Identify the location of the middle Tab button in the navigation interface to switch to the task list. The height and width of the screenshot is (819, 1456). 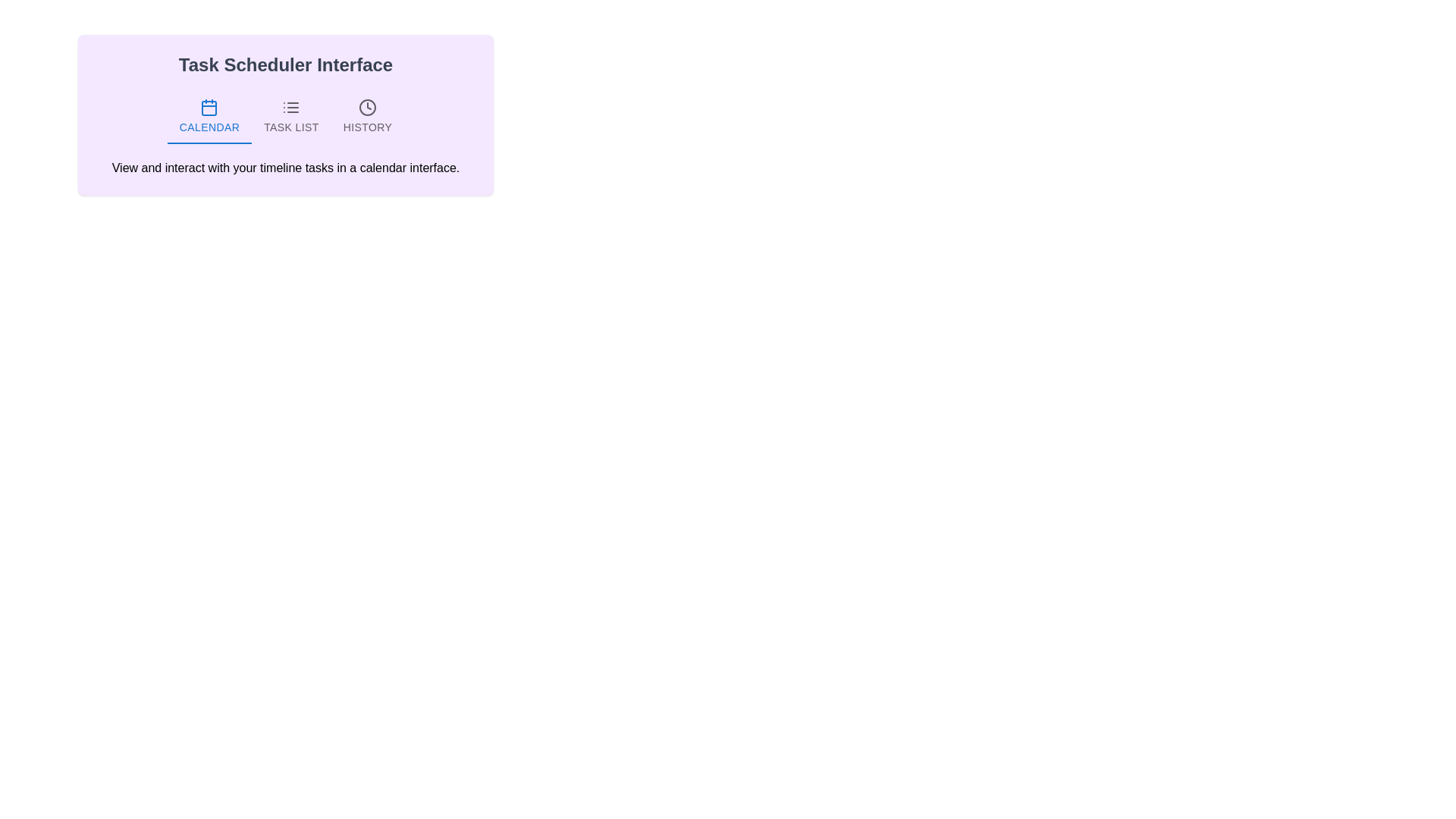
(291, 116).